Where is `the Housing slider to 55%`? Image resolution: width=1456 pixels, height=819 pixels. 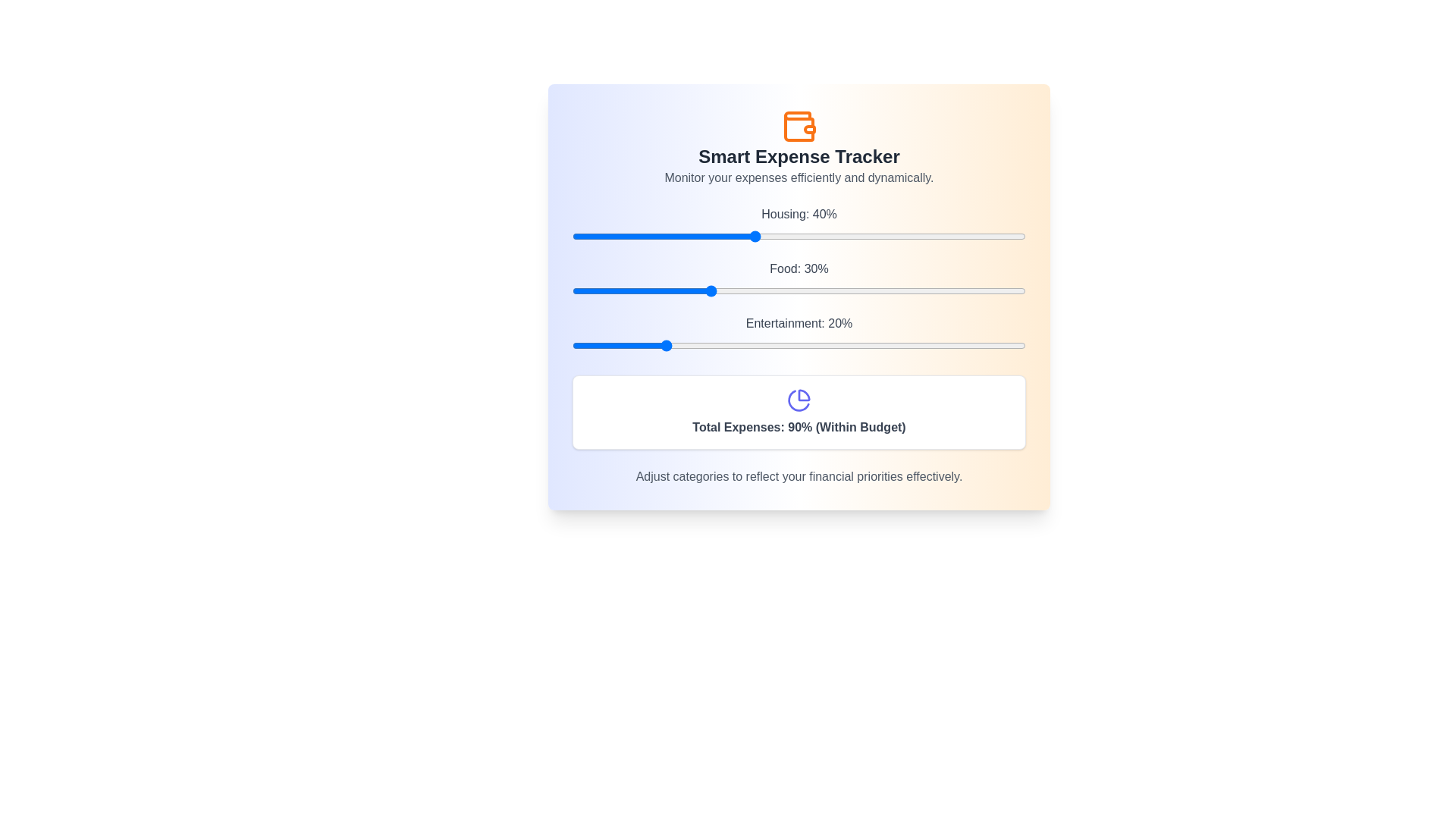 the Housing slider to 55% is located at coordinates (821, 237).